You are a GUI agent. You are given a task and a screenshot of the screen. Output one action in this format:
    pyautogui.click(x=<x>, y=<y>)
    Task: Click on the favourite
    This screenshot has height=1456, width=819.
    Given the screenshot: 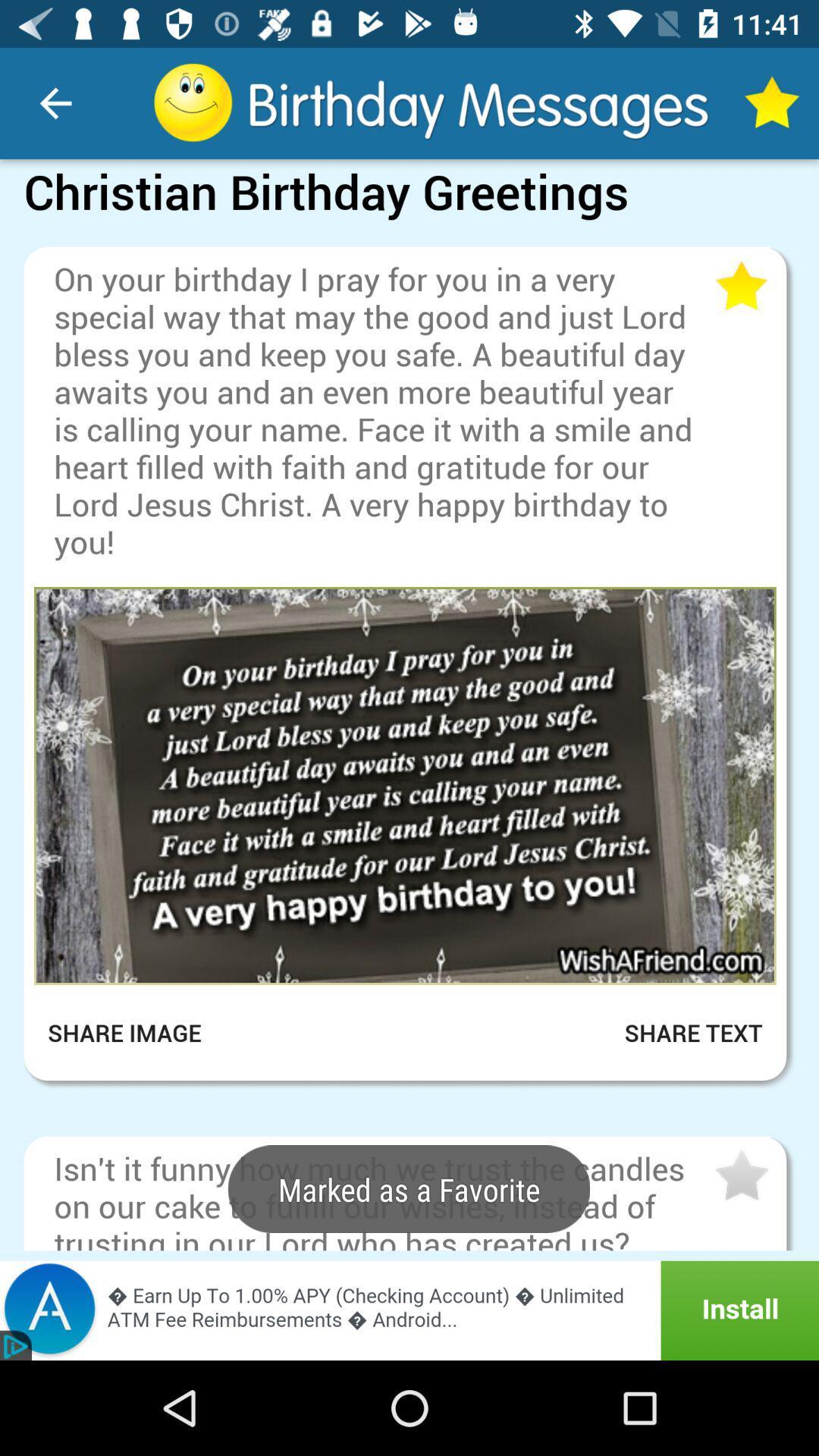 What is the action you would take?
    pyautogui.click(x=739, y=1175)
    